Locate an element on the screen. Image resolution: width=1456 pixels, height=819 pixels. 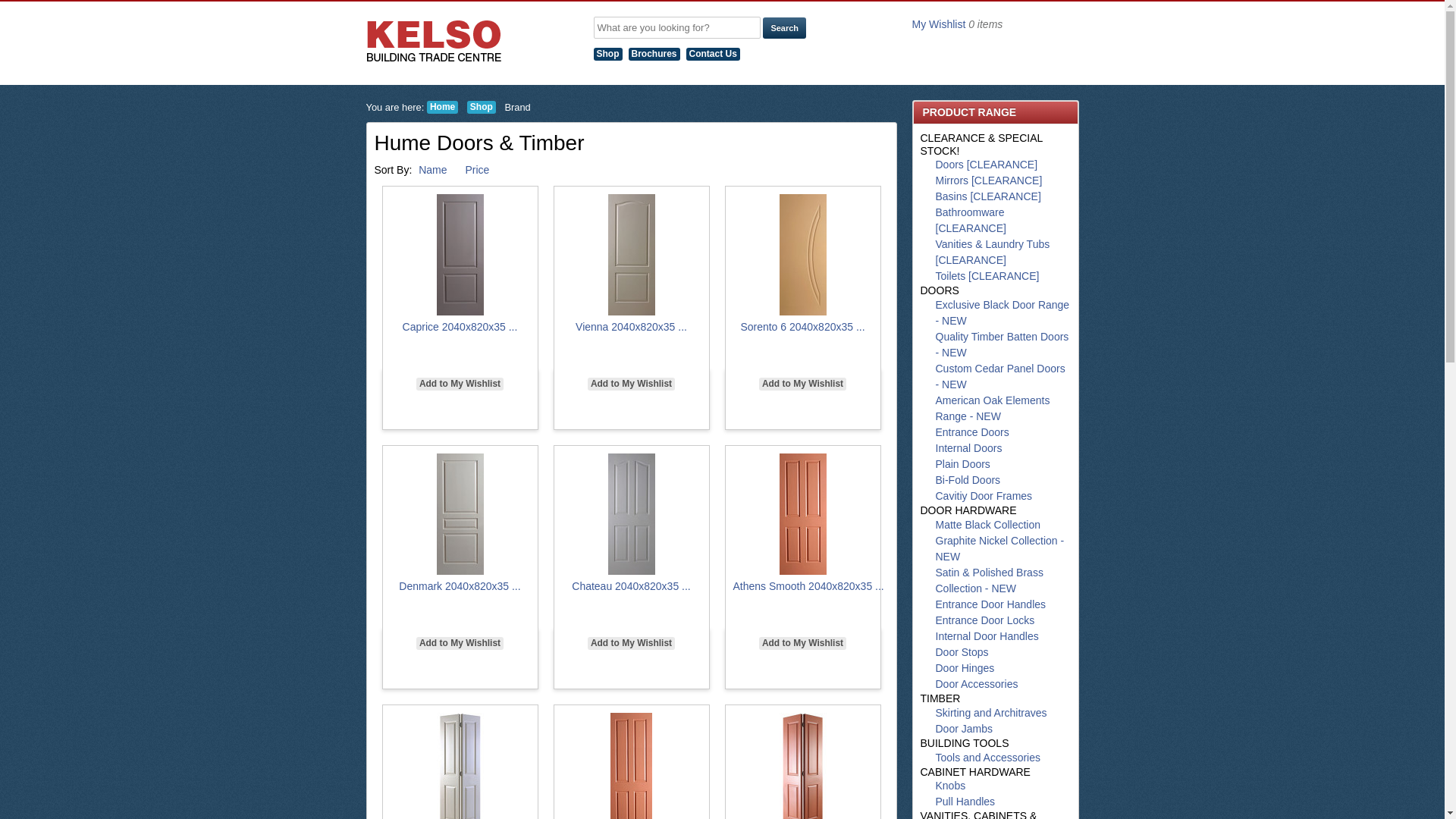
'Quality Timber Batten Doors - NEW' is located at coordinates (934, 344).